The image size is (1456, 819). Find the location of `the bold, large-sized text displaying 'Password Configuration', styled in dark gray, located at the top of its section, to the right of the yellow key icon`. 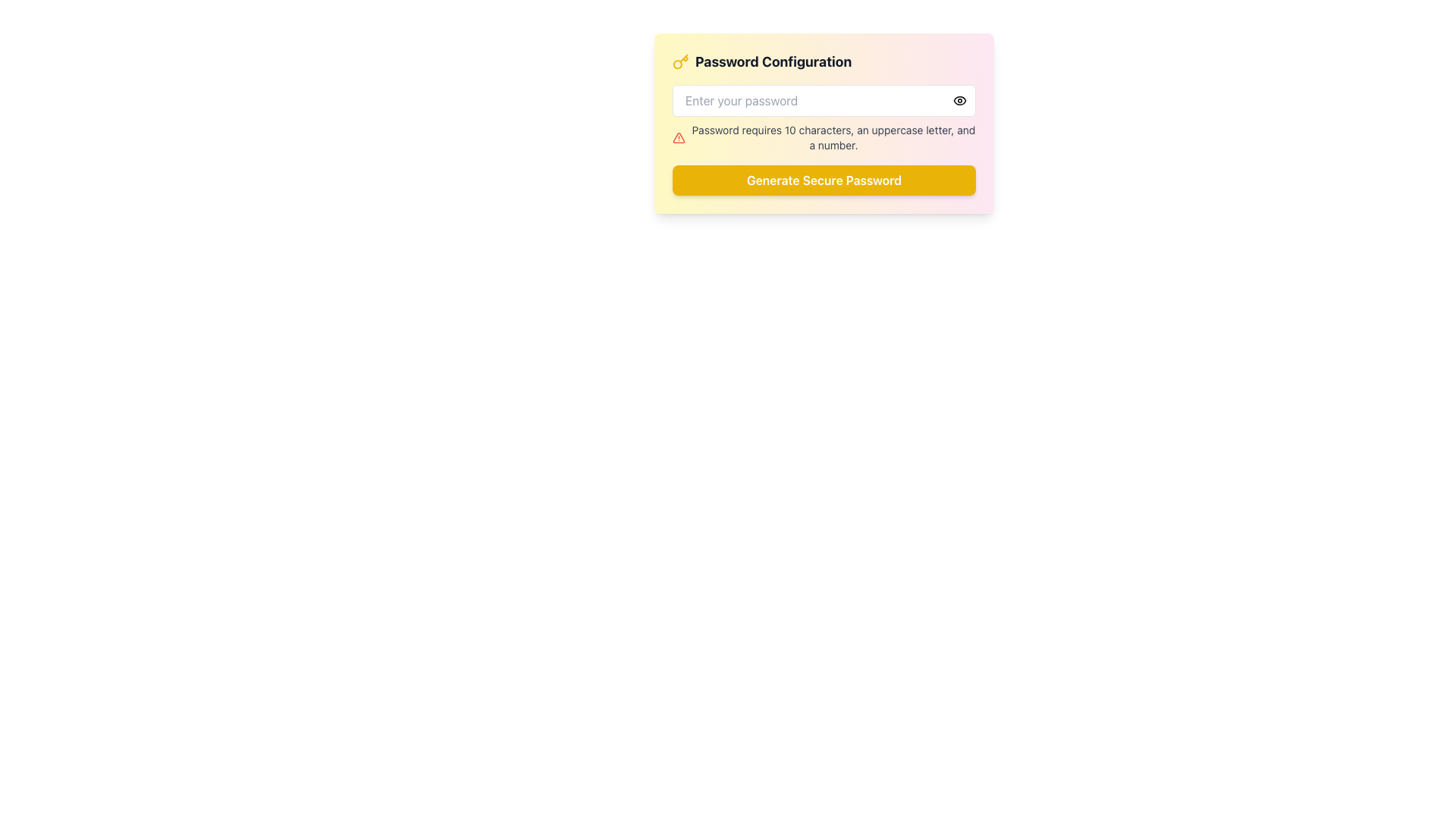

the bold, large-sized text displaying 'Password Configuration', styled in dark gray, located at the top of its section, to the right of the yellow key icon is located at coordinates (773, 61).